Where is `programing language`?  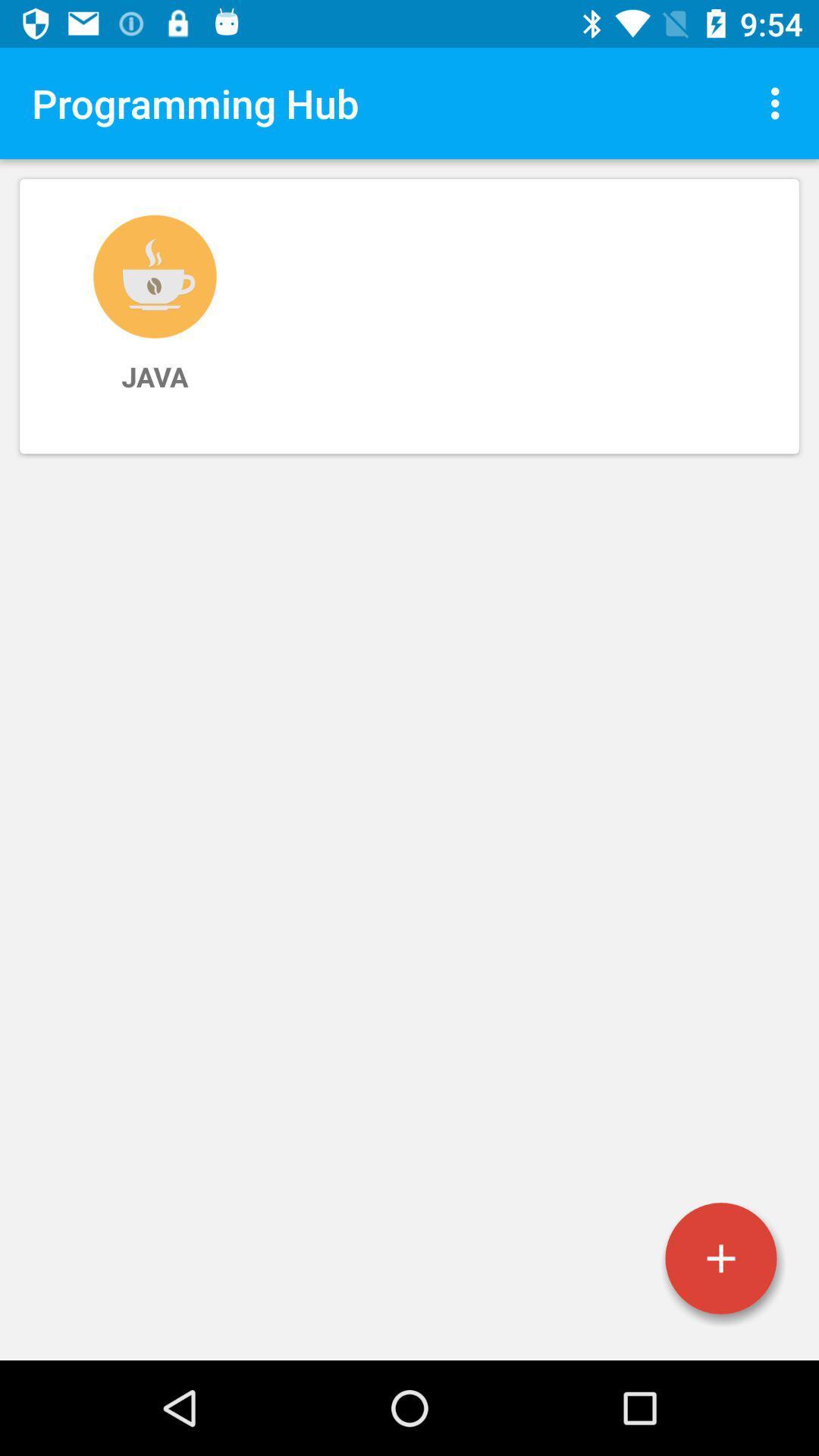 programing language is located at coordinates (720, 1258).